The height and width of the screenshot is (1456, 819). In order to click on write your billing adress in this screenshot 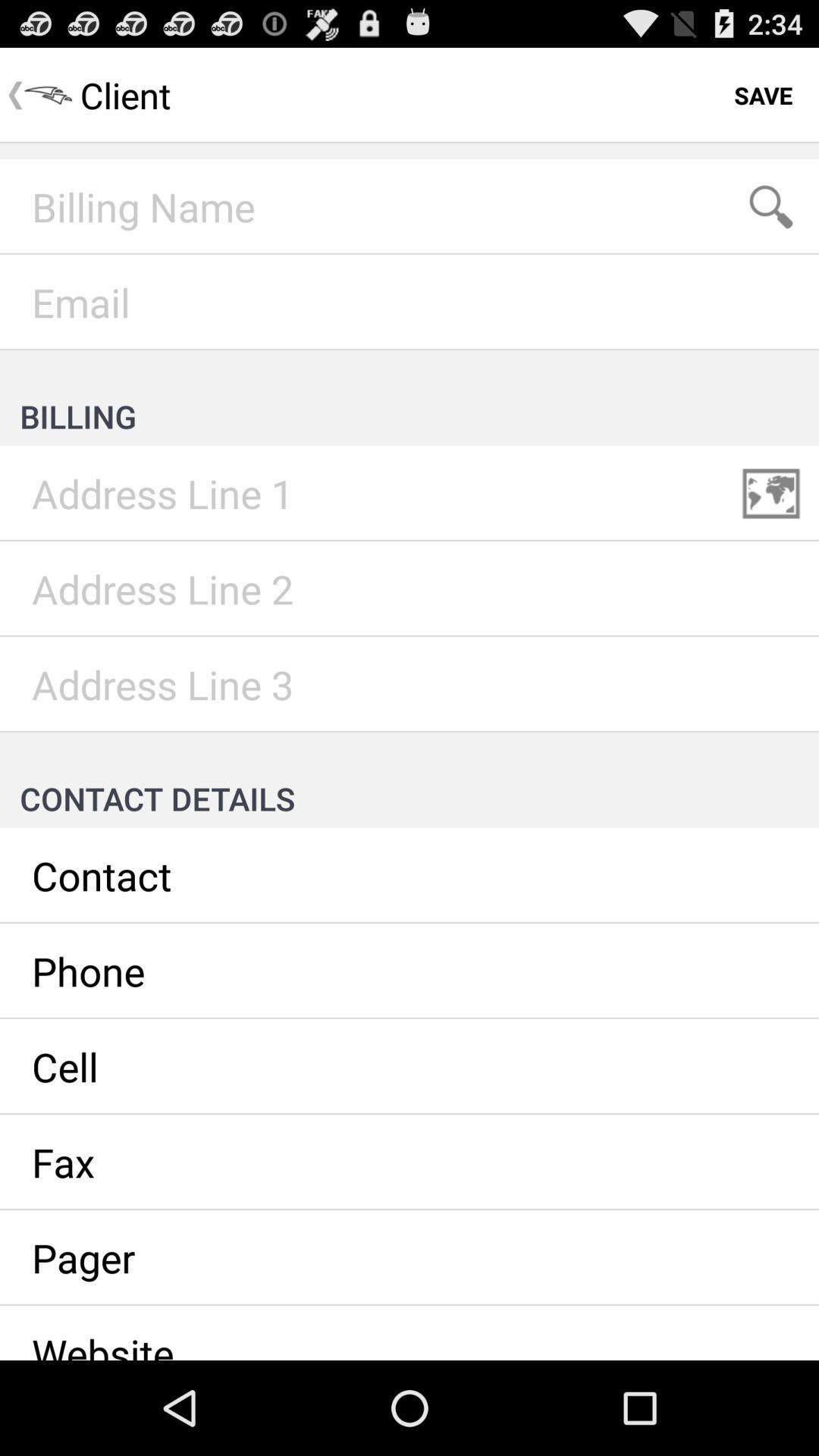, I will do `click(409, 494)`.